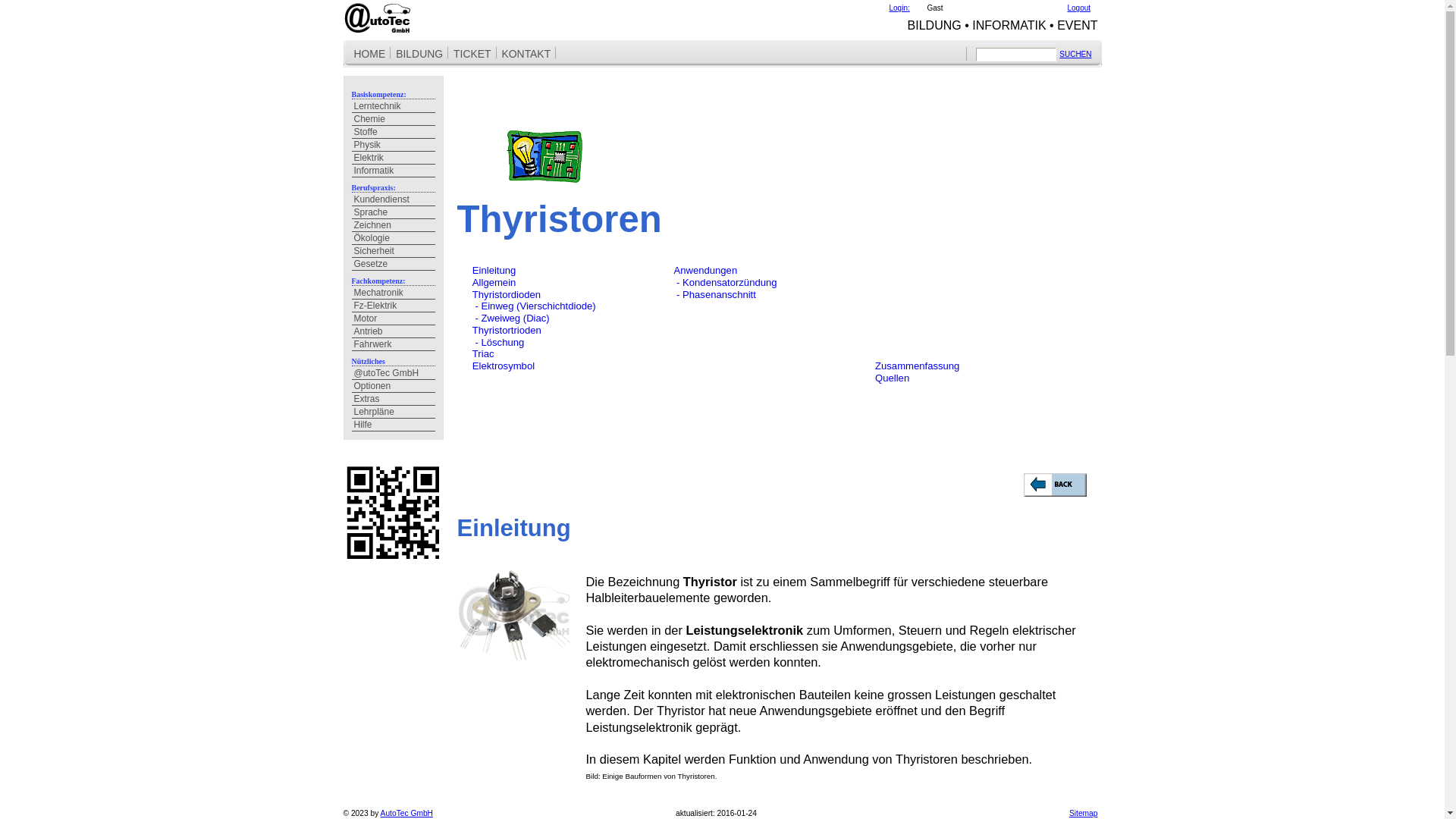  What do you see at coordinates (393, 398) in the screenshot?
I see `'Extras'` at bounding box center [393, 398].